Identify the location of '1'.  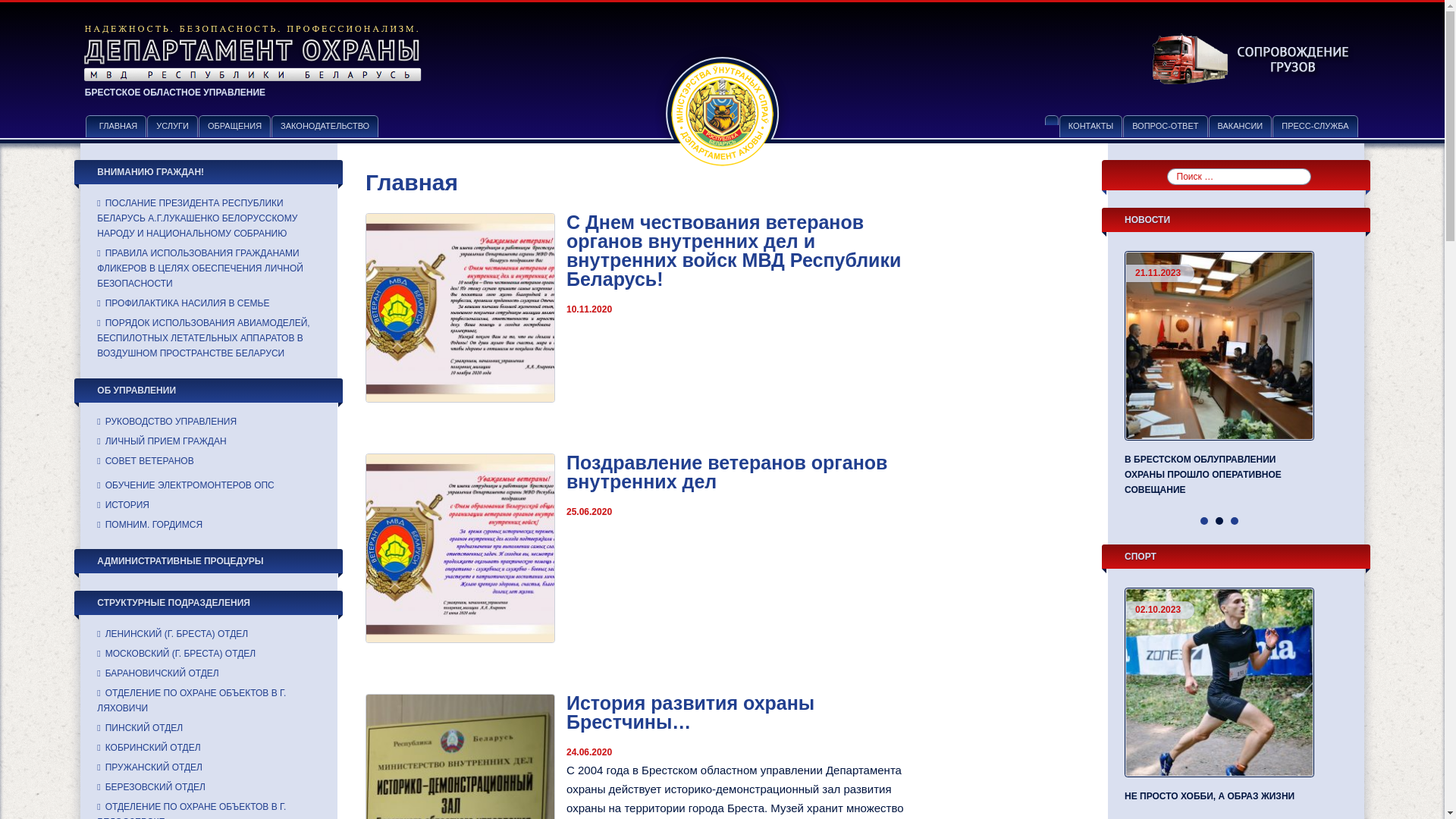
(1203, 519).